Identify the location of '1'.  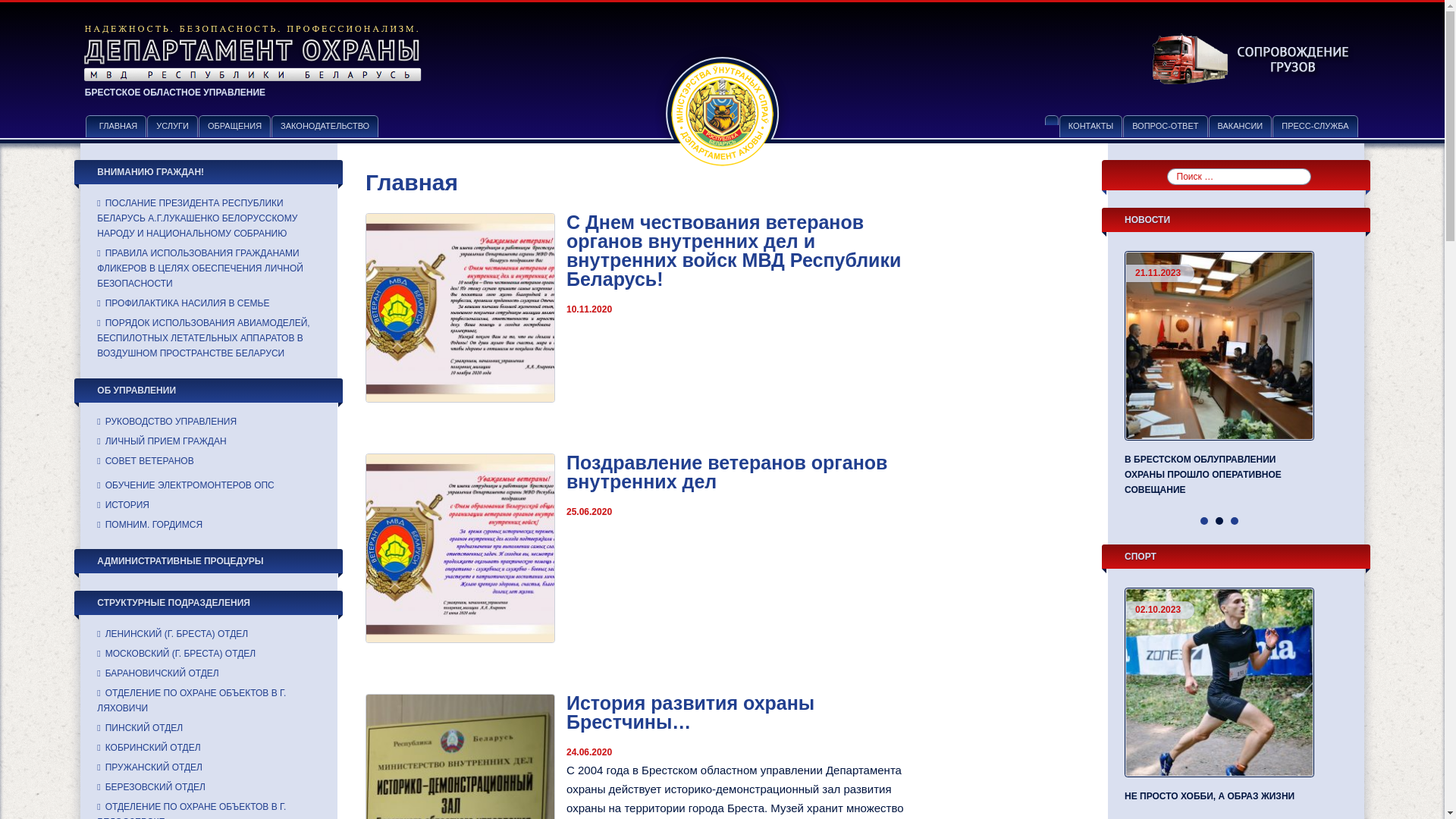
(1203, 519).